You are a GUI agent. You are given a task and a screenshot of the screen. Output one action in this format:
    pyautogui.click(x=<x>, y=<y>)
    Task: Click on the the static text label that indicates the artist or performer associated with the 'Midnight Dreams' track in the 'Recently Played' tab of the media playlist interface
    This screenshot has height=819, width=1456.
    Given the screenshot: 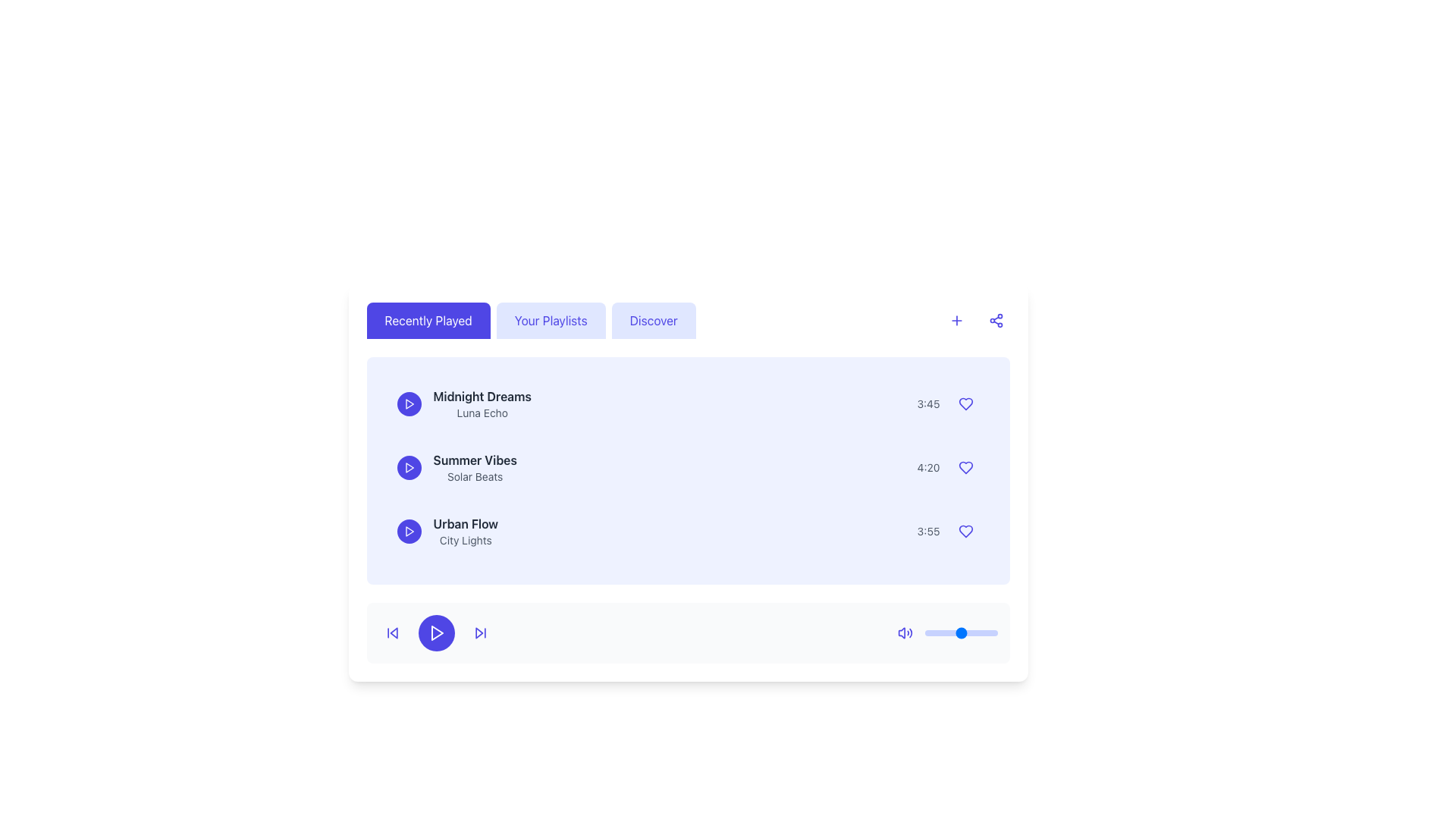 What is the action you would take?
    pyautogui.click(x=482, y=413)
    